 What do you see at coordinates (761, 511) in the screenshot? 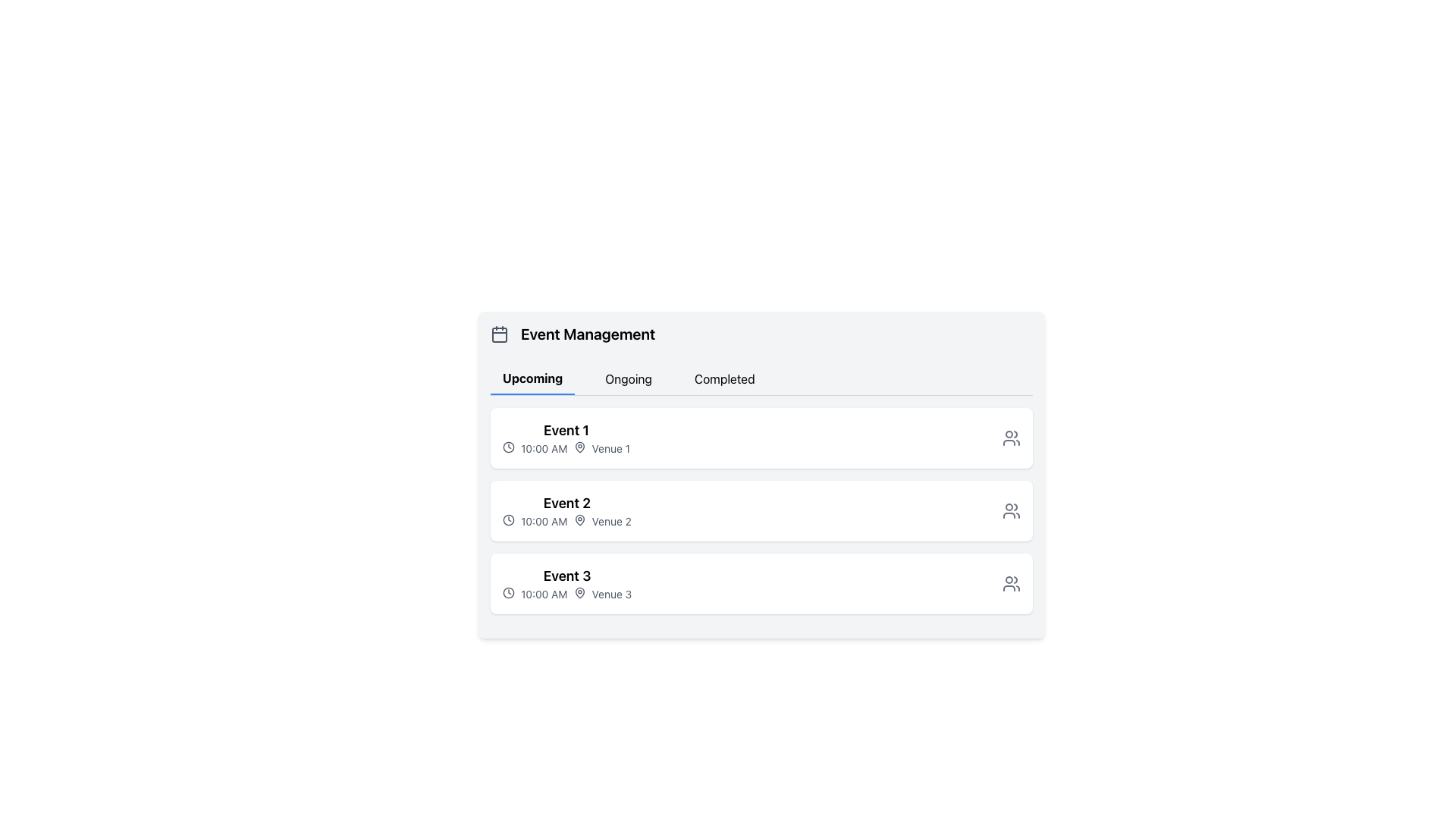
I see `details of the event titled 'Event 2', which is displayed in the second row of the 'Upcoming' section of the 'Event Management' interface` at bounding box center [761, 511].